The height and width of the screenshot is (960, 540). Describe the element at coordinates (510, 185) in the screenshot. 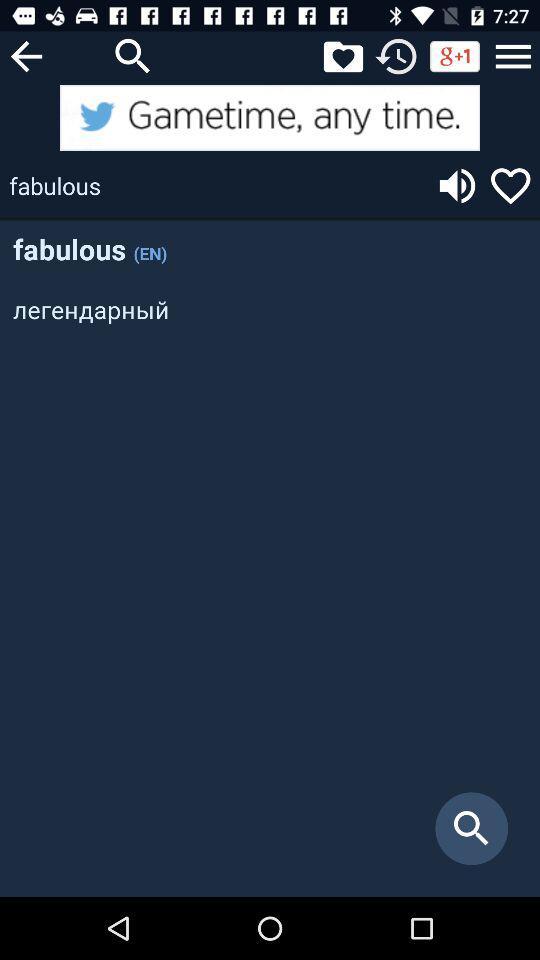

I see `to favorites` at that location.